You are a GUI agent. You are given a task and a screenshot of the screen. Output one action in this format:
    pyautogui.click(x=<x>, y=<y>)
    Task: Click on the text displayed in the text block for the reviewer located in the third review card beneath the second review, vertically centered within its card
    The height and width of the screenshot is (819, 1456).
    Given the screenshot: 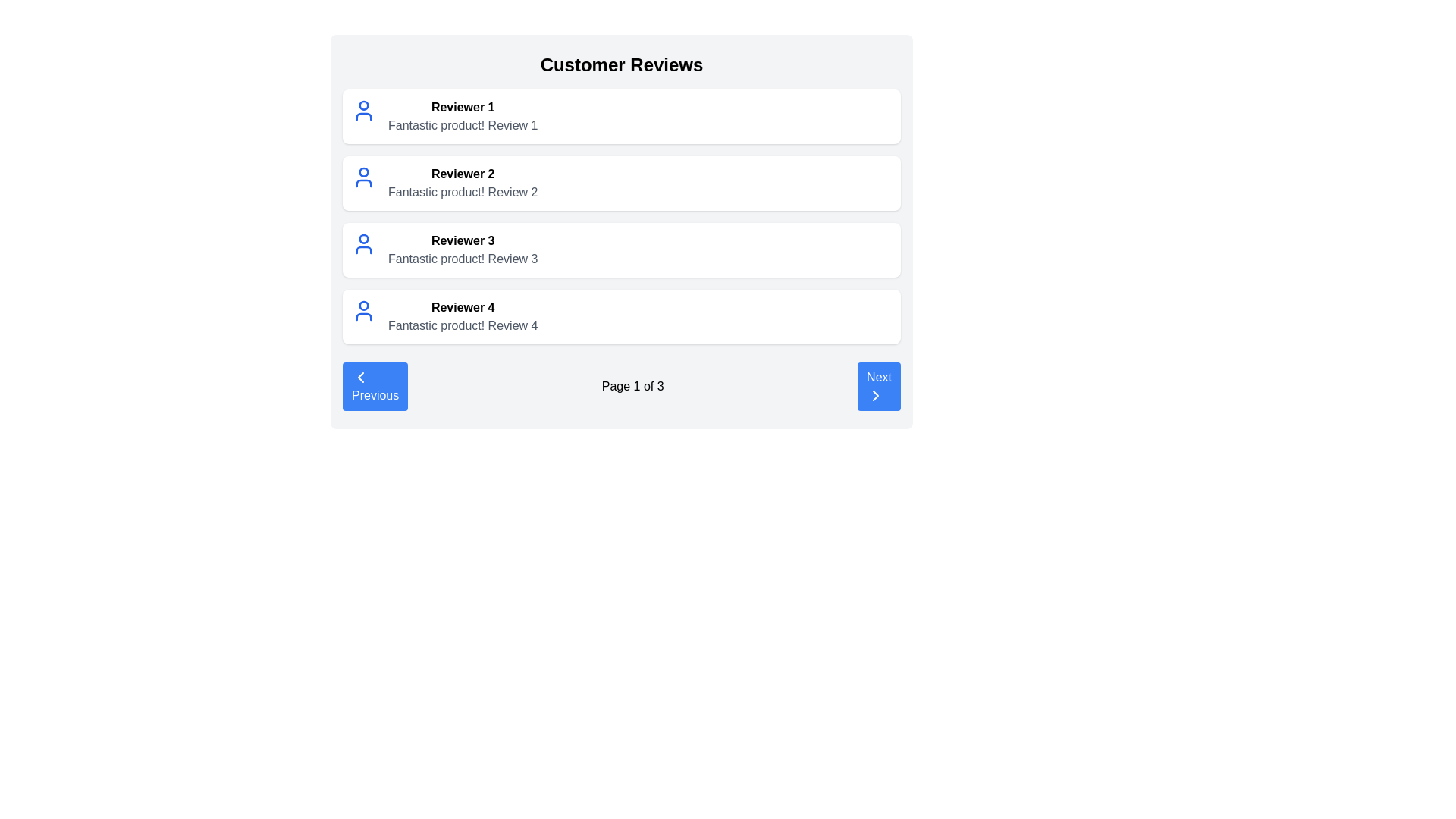 What is the action you would take?
    pyautogui.click(x=462, y=249)
    